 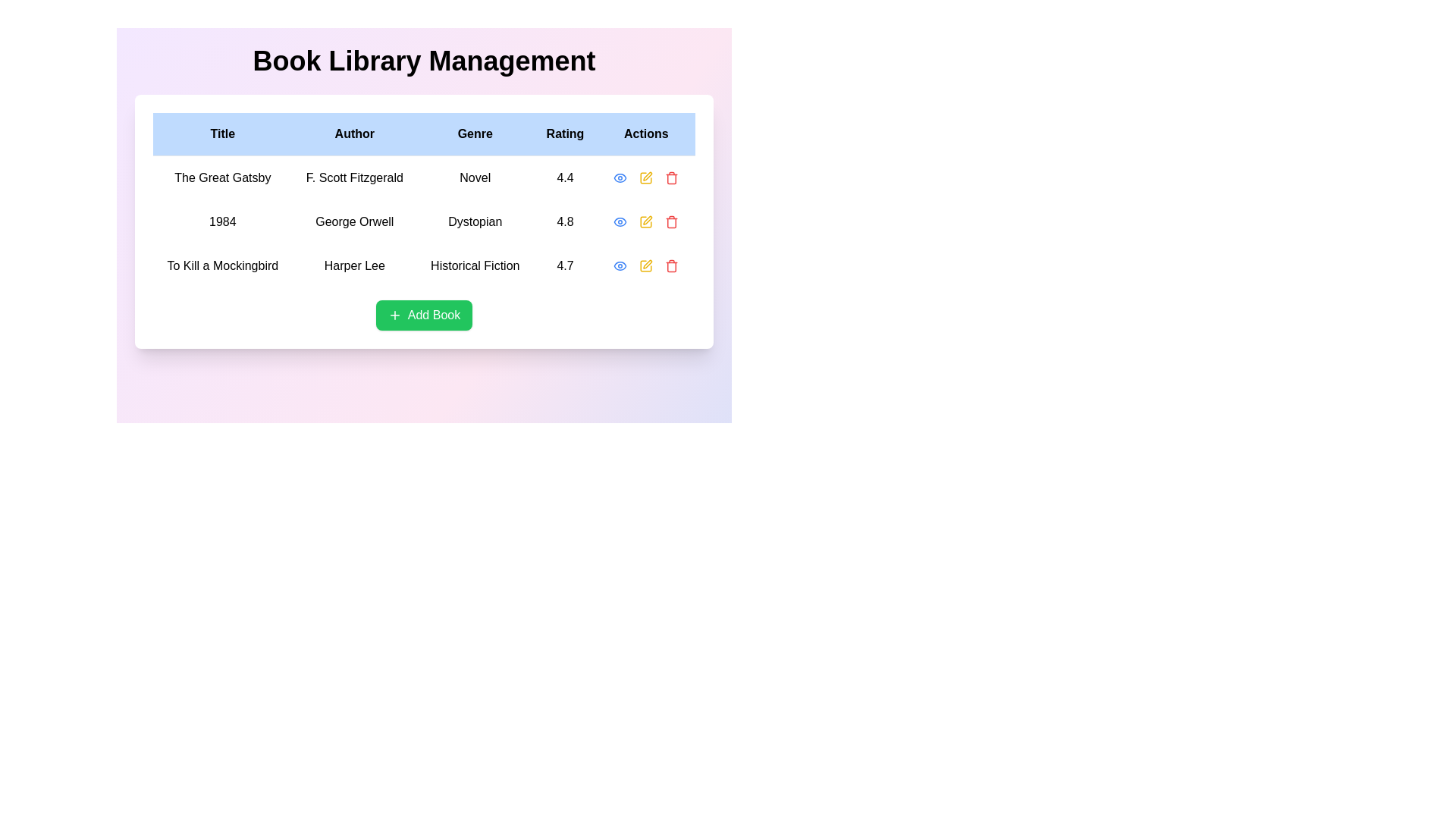 I want to click on the static text label displaying the rating value of the book '1984' in the data grid, located in the 'Rating' column of the second row, so click(x=564, y=222).